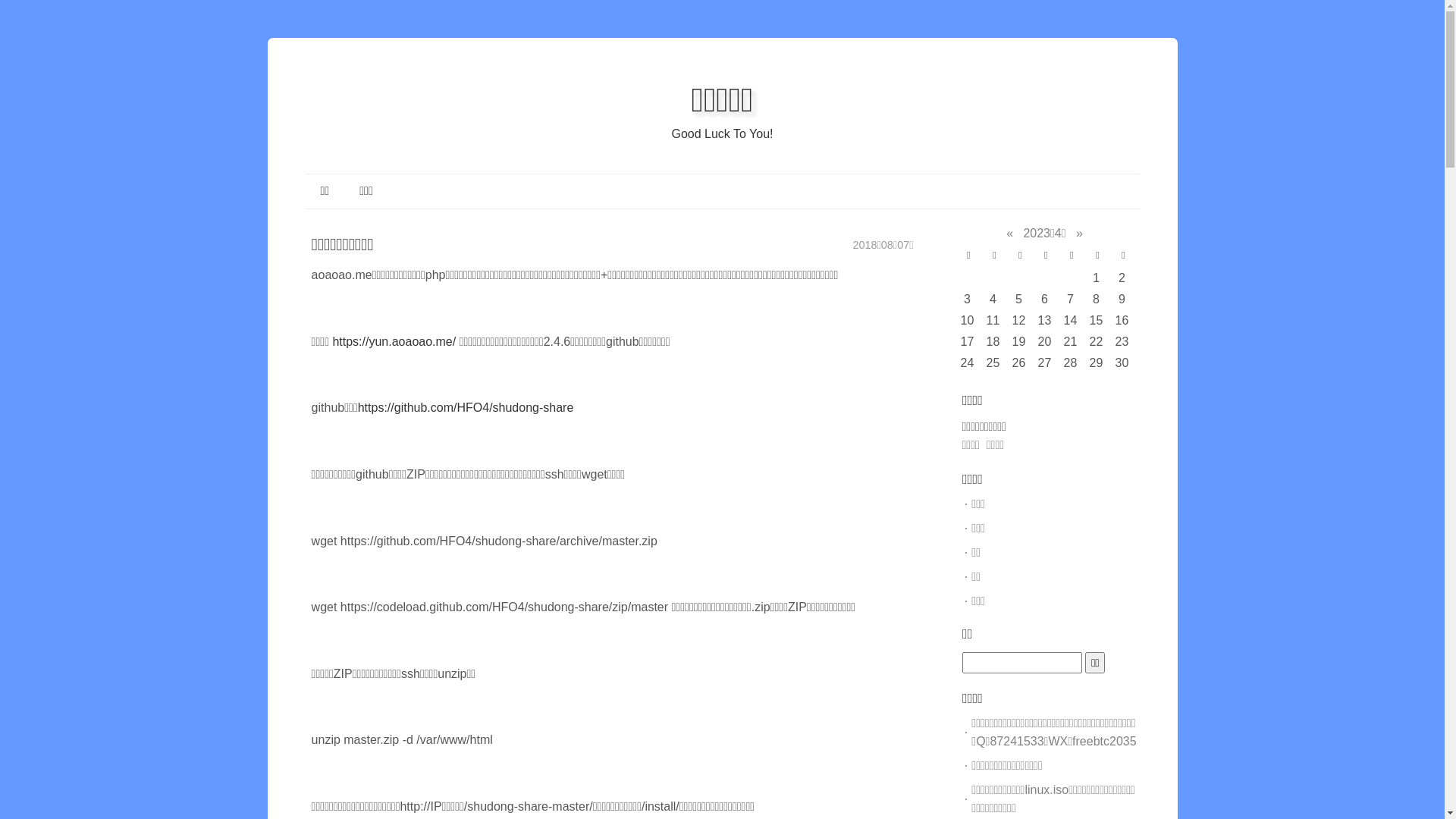  Describe the element at coordinates (331, 341) in the screenshot. I see `'https://yun.aoaoao.me/'` at that location.